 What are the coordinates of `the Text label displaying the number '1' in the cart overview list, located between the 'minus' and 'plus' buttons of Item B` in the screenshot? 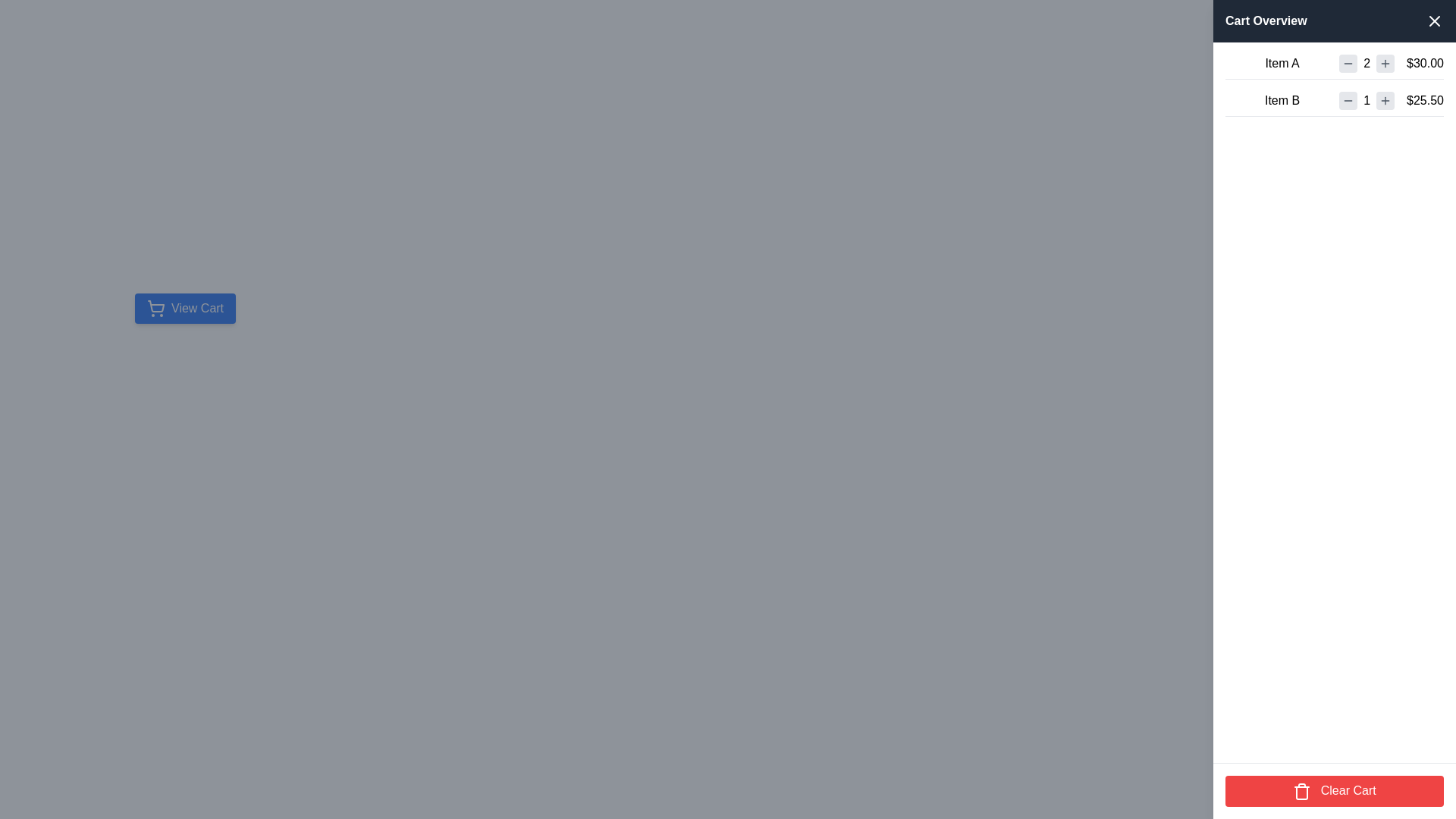 It's located at (1367, 100).